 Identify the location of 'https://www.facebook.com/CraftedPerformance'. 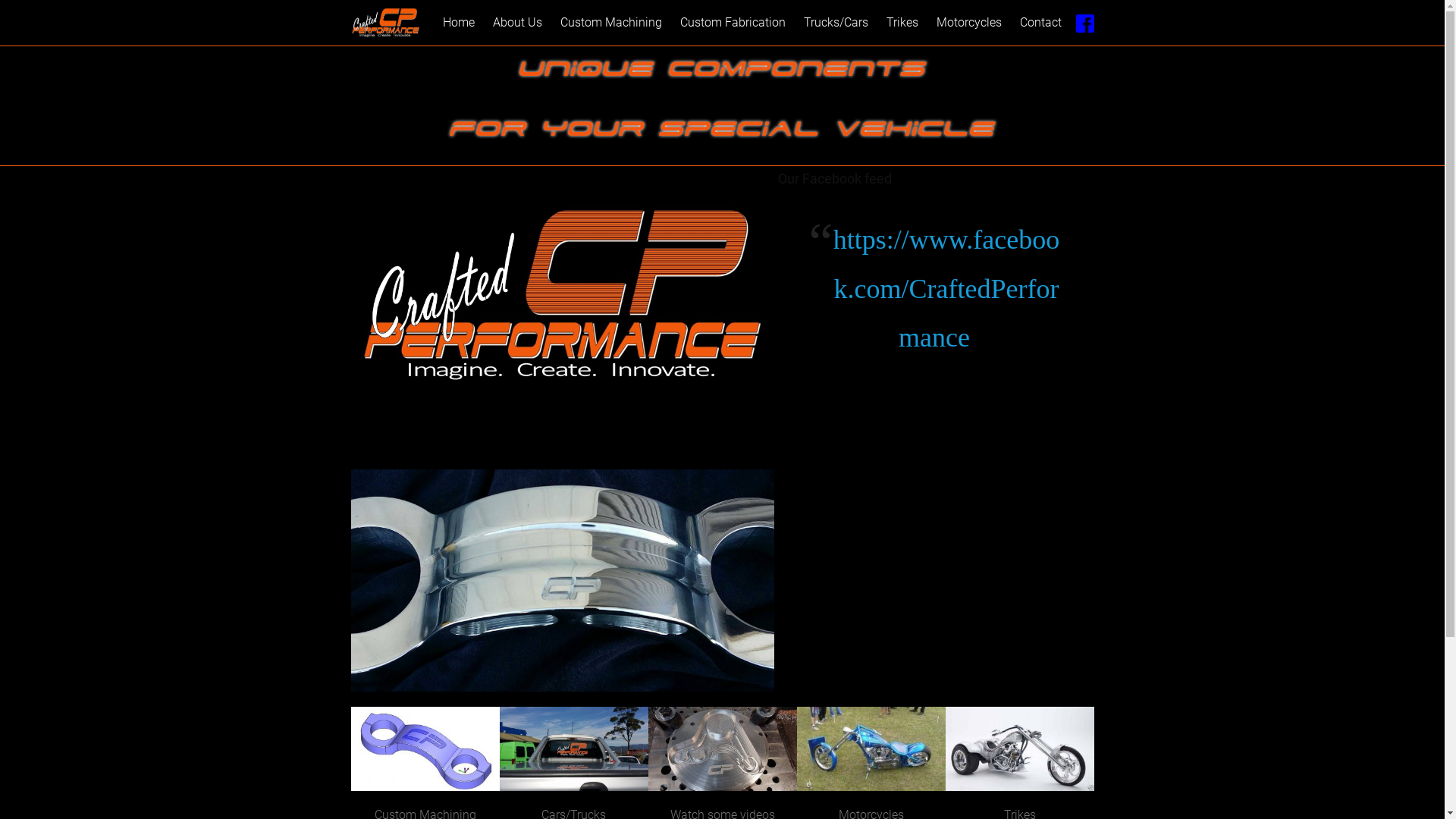
(946, 289).